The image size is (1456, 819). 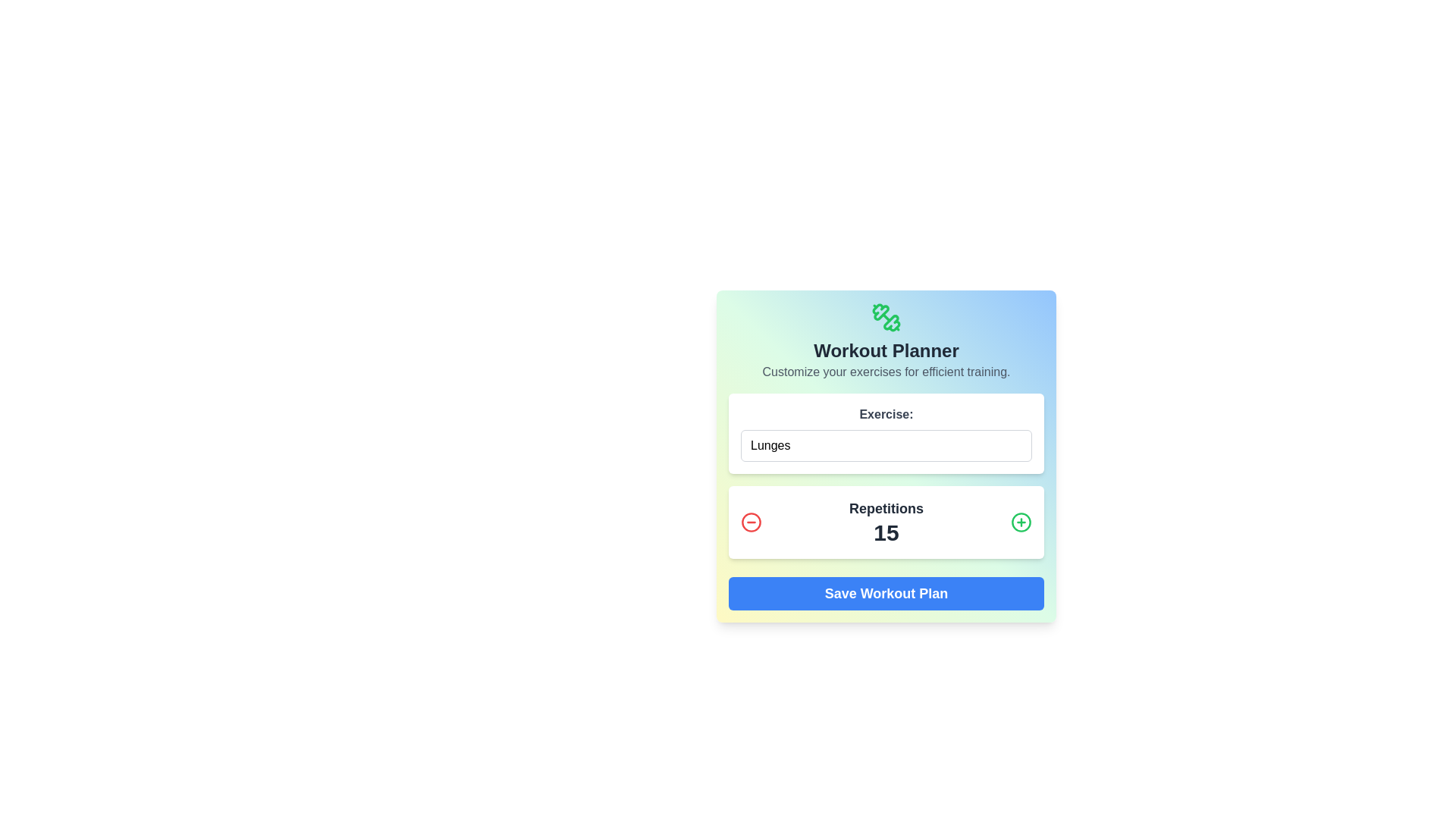 What do you see at coordinates (892, 322) in the screenshot?
I see `the center-right portion of the dumbbell icon, which is a green line-art SVG graphic in the header of the 'Workout Planner' interface` at bounding box center [892, 322].